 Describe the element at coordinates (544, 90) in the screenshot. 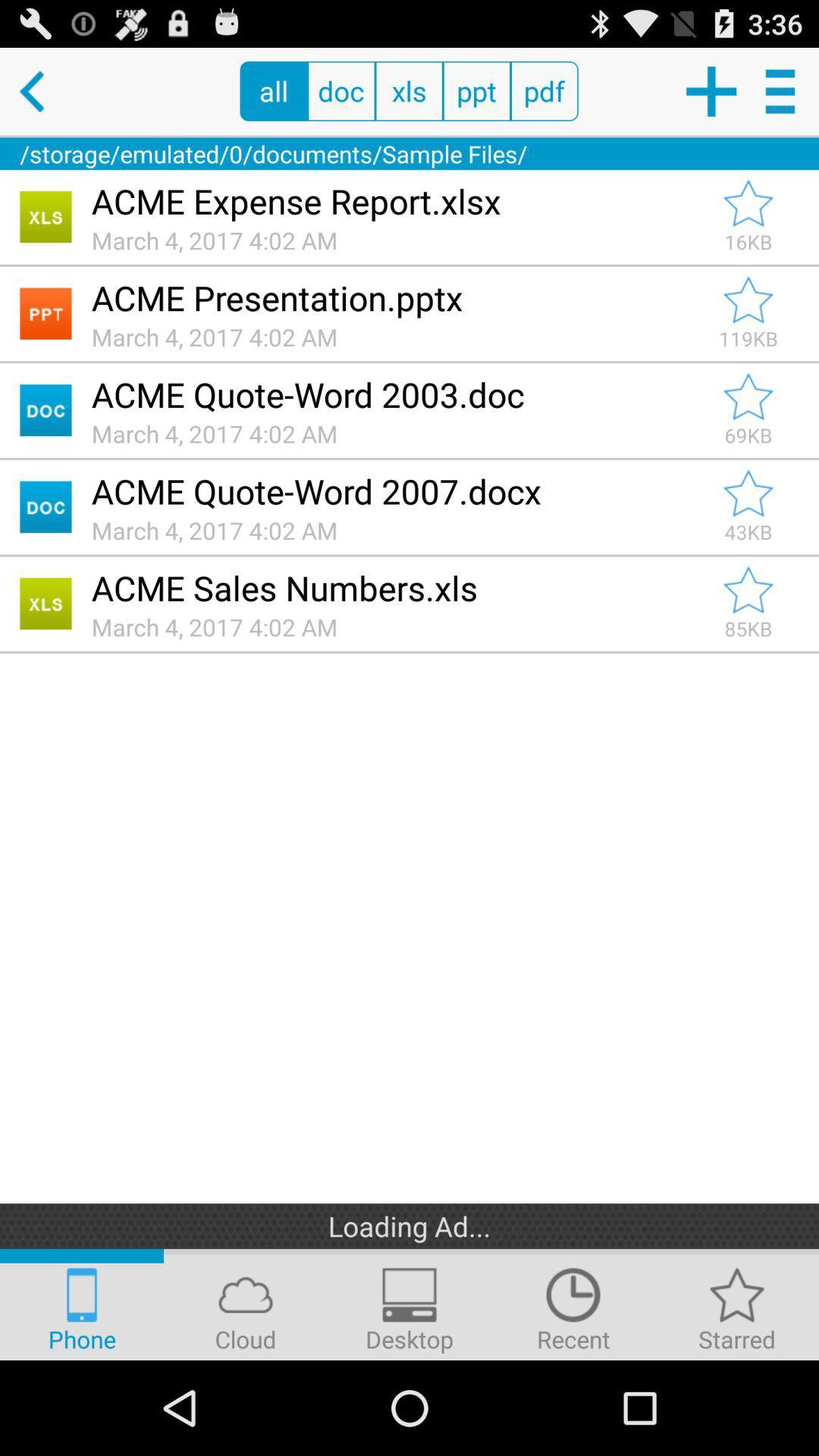

I see `item to the right of the ppt` at that location.